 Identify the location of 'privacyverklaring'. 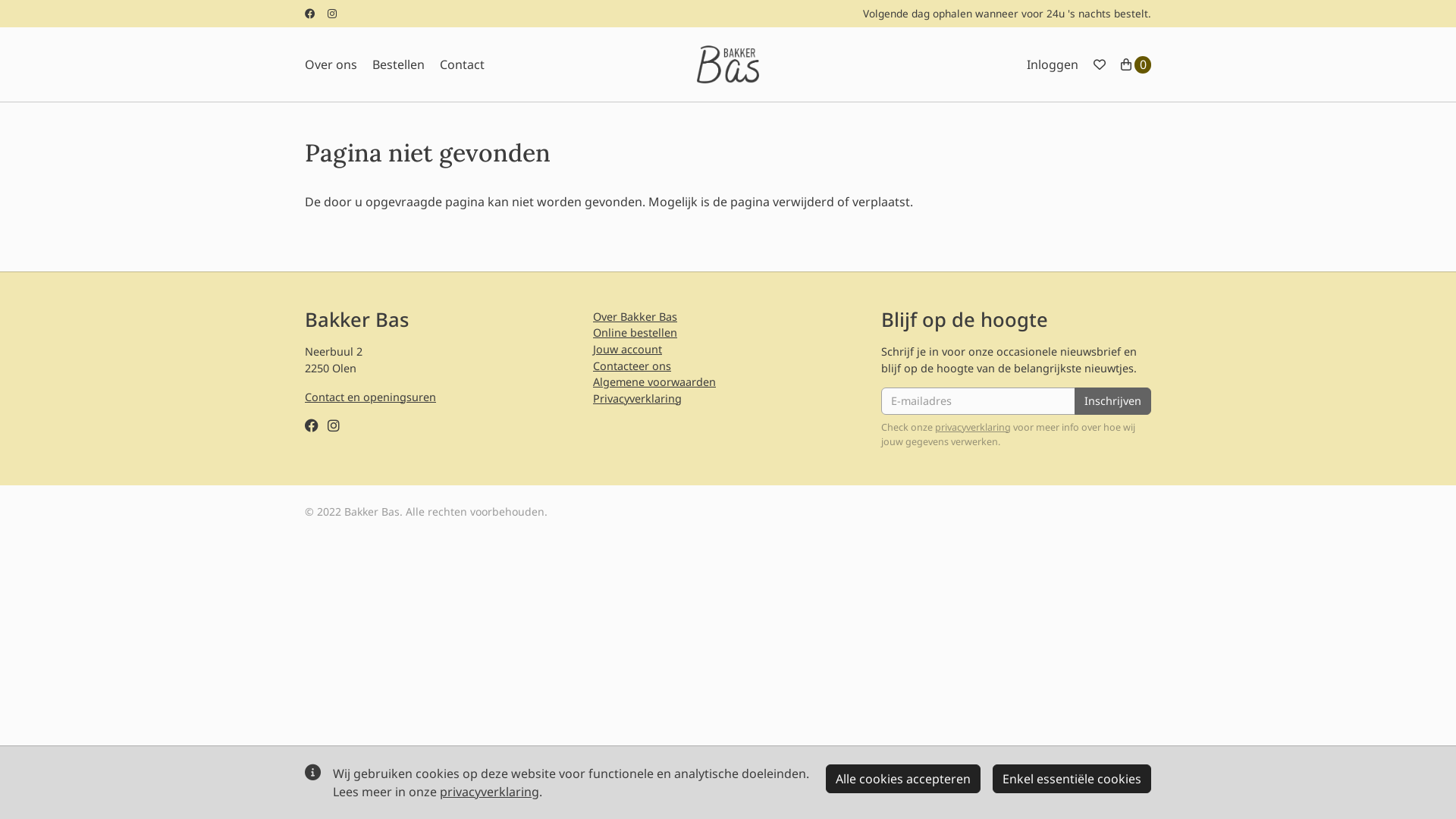
(489, 791).